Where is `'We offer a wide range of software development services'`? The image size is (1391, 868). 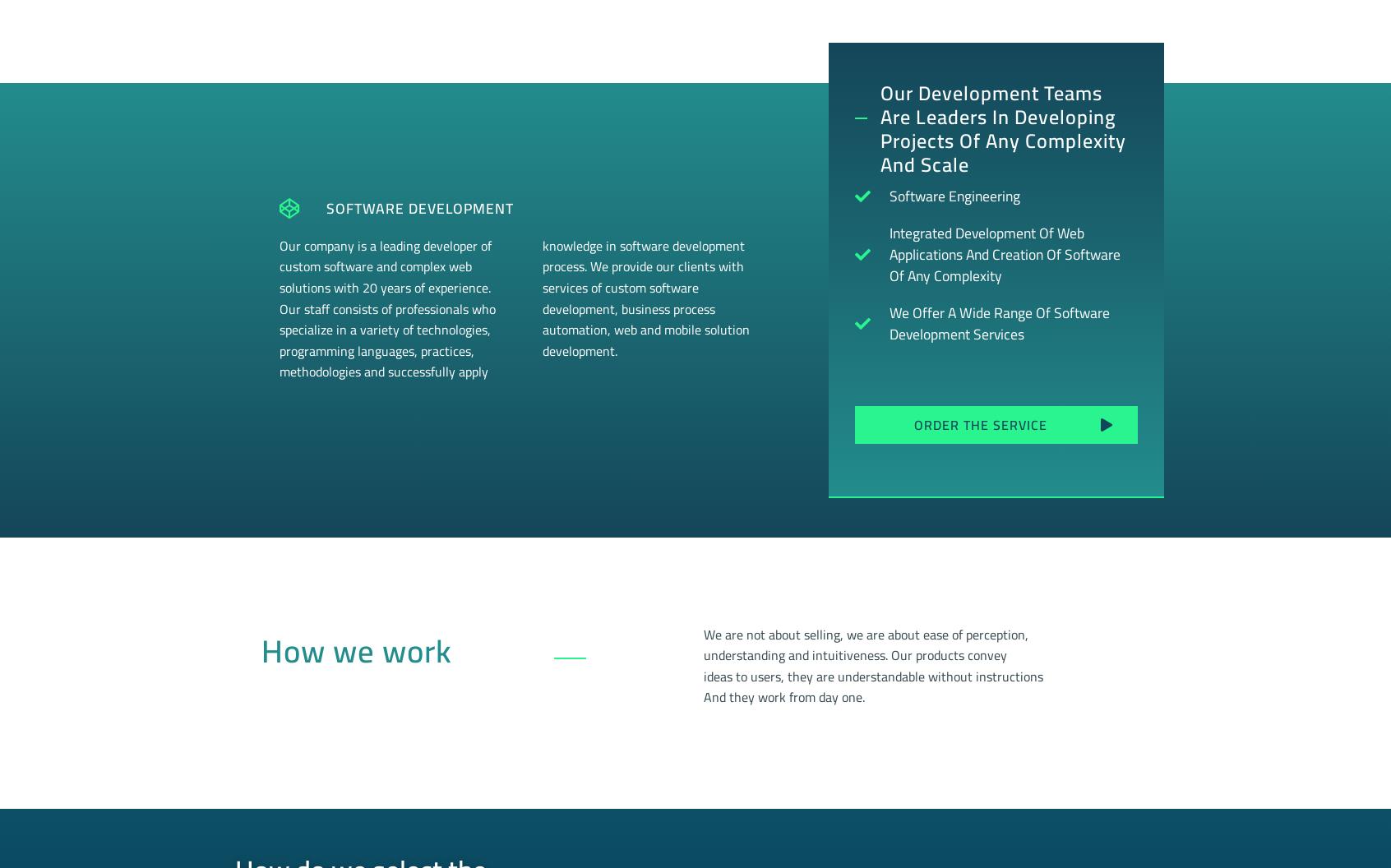
'We offer a wide range of software development services' is located at coordinates (999, 321).